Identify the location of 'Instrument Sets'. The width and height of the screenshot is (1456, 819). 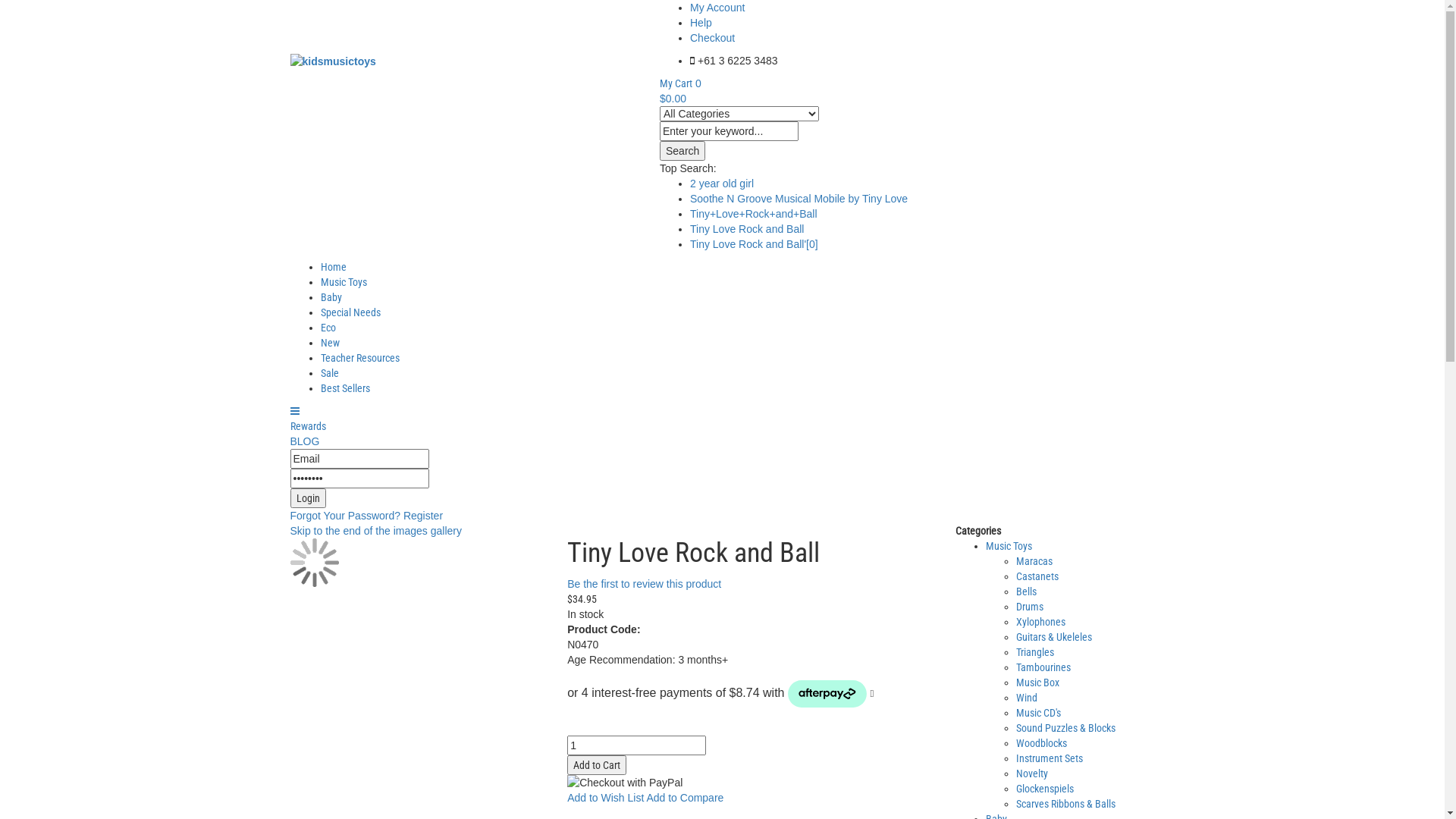
(1048, 758).